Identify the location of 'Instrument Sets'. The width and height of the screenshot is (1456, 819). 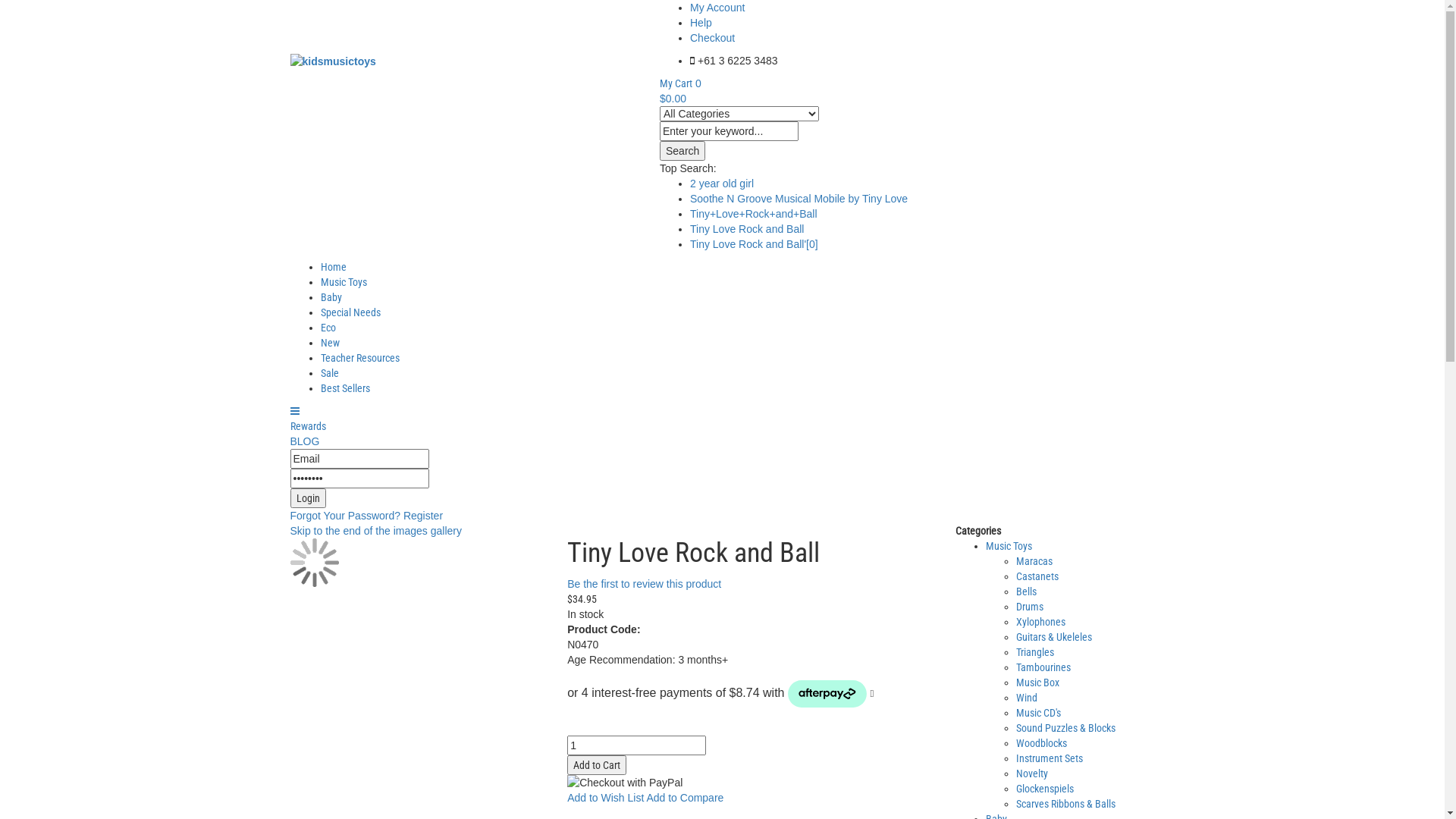
(1048, 758).